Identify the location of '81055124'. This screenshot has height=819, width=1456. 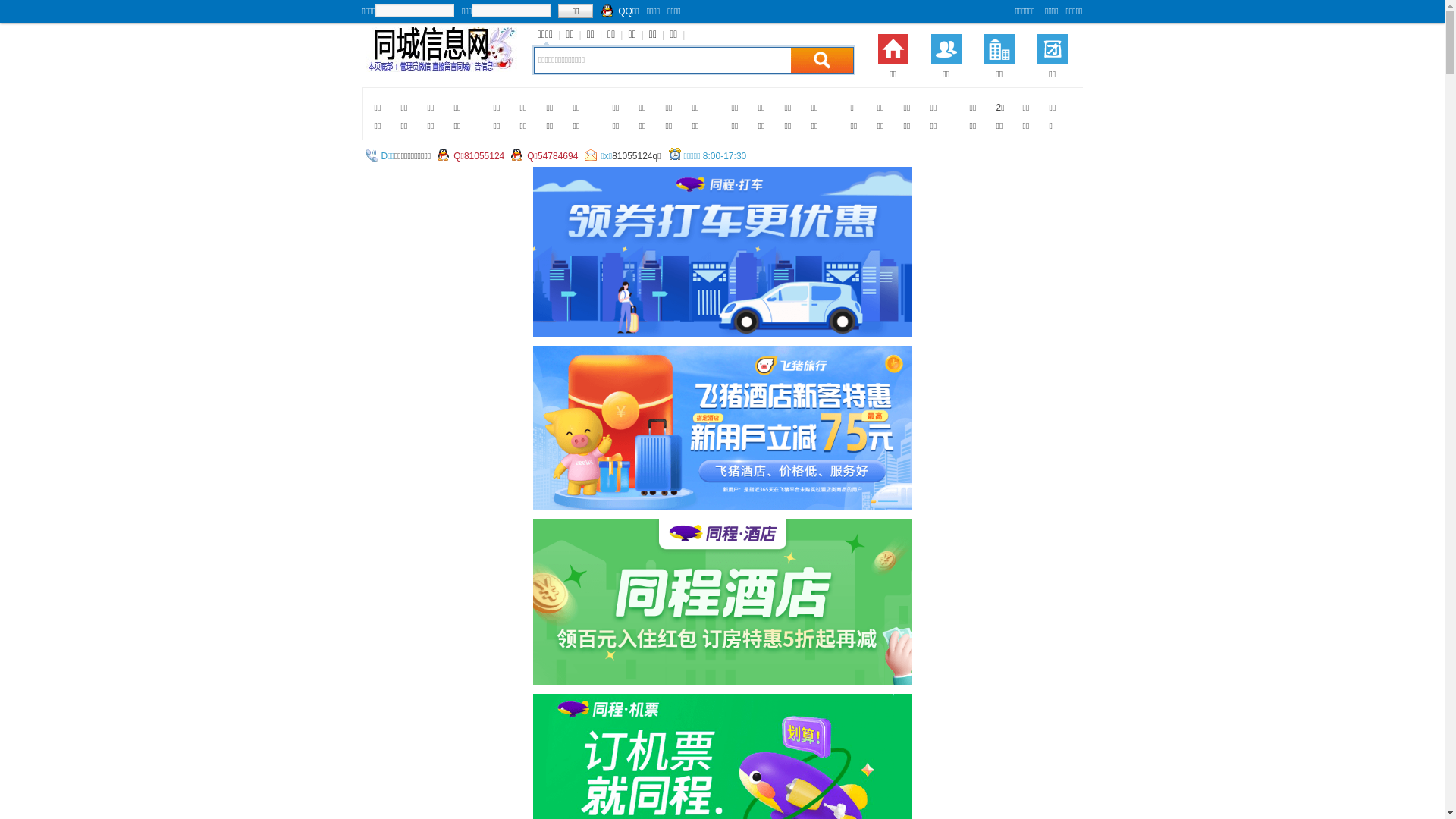
(483, 155).